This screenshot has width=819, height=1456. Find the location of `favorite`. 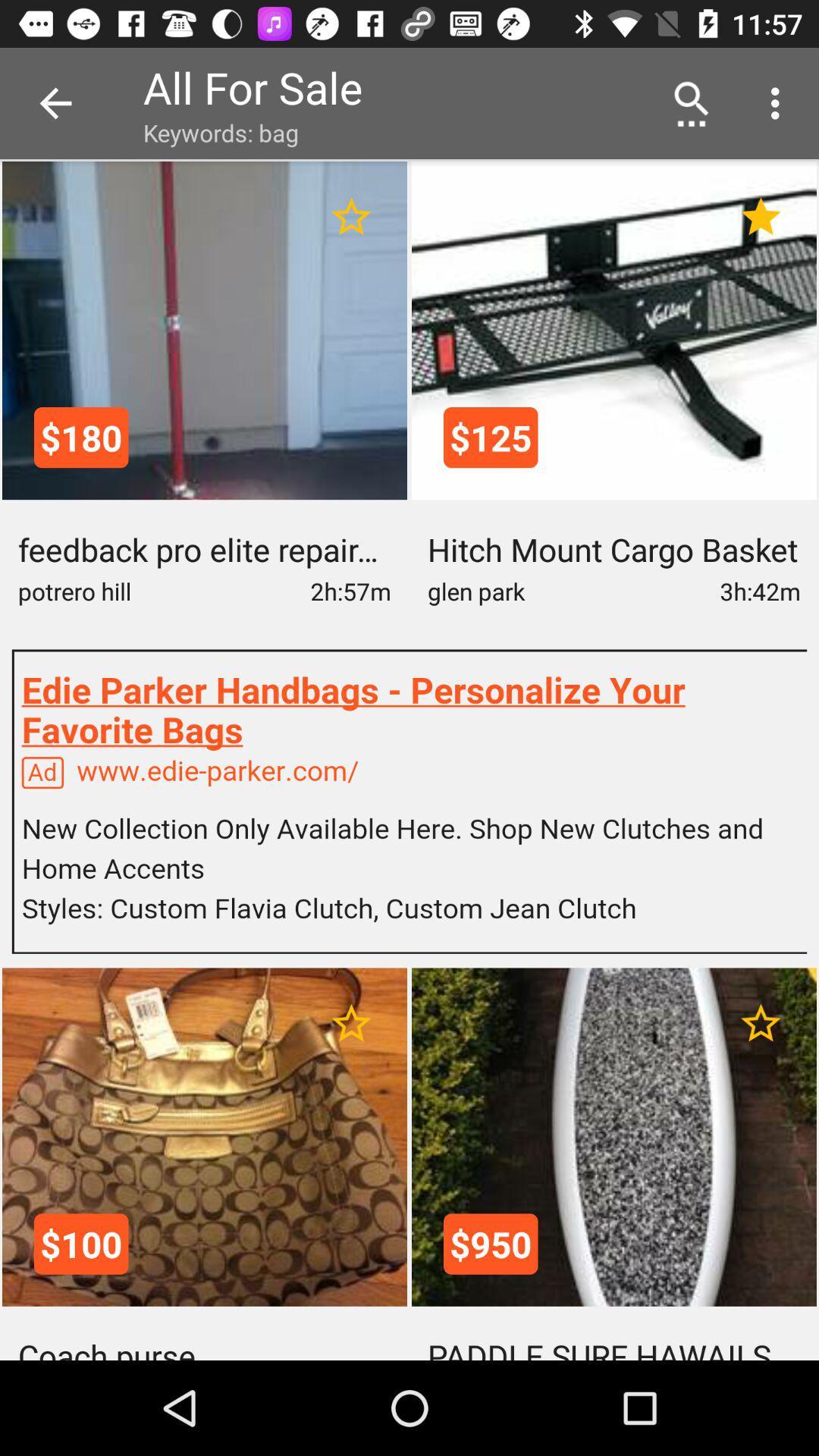

favorite is located at coordinates (761, 216).